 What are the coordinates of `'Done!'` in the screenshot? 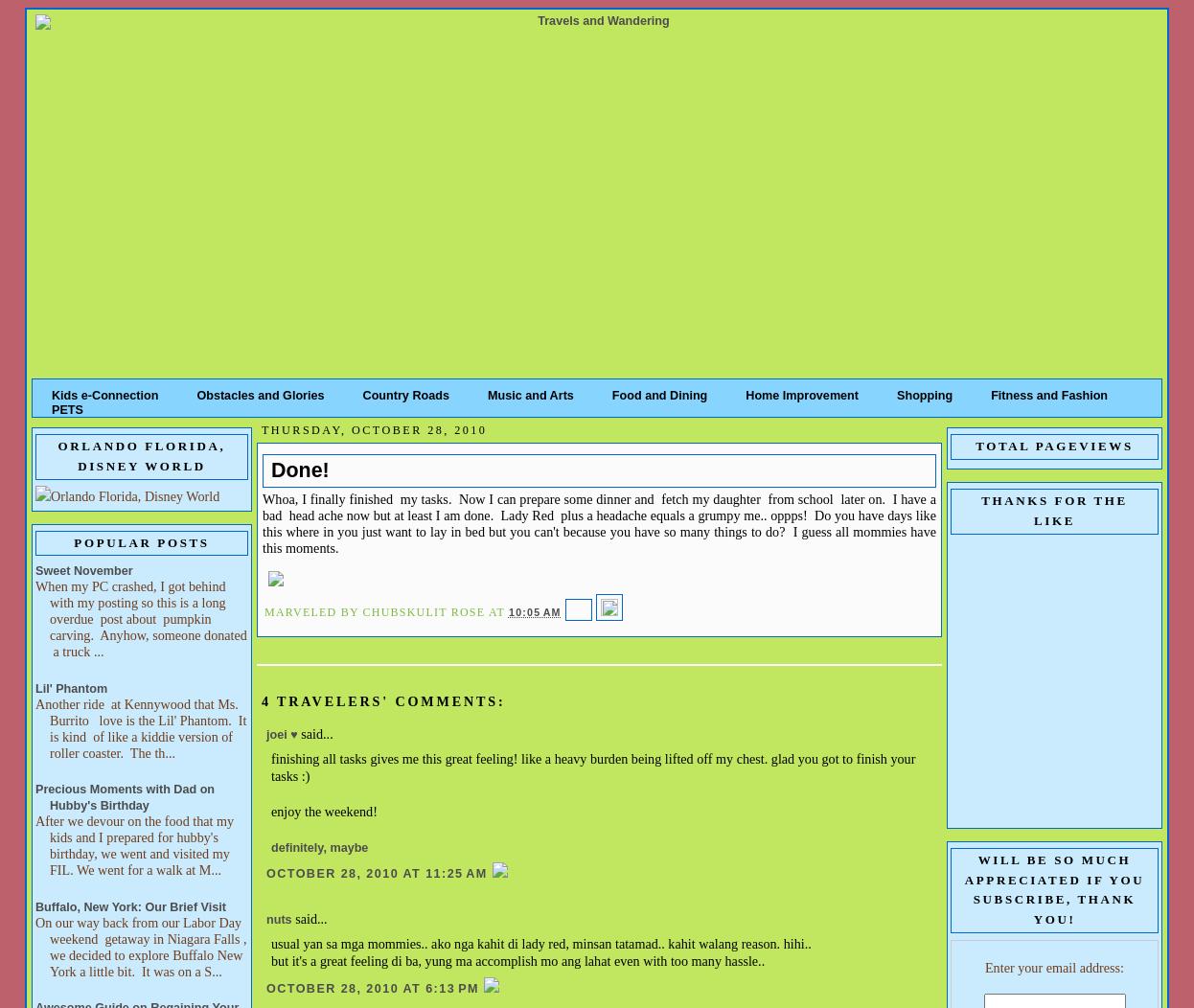 It's located at (299, 469).